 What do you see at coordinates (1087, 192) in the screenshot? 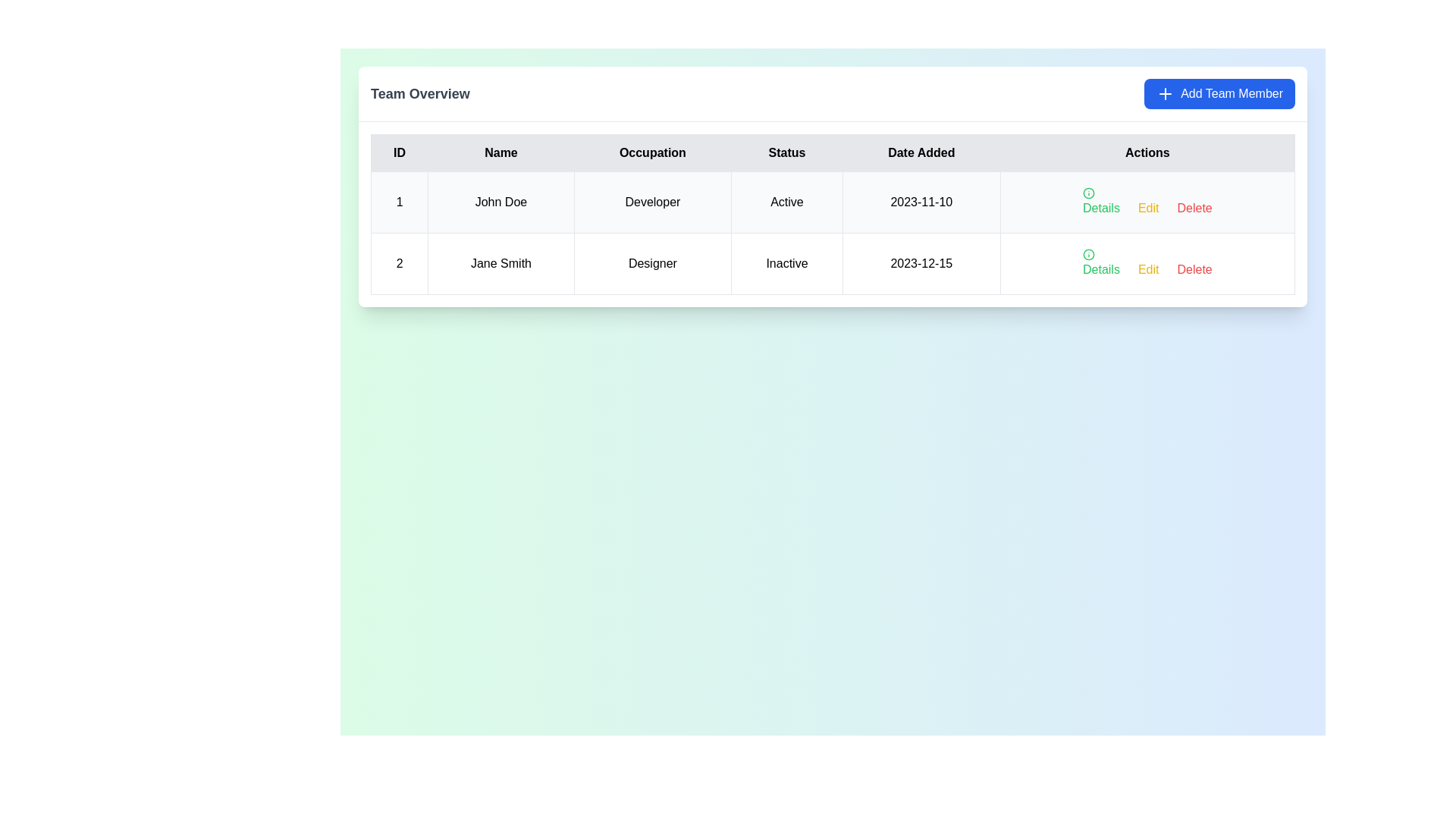
I see `the decorative circle element that serves as the border of the information icon in the 'Team Overview' table, located in the second row, left of the 'Details' link for 'Jane Smith'` at bounding box center [1087, 192].